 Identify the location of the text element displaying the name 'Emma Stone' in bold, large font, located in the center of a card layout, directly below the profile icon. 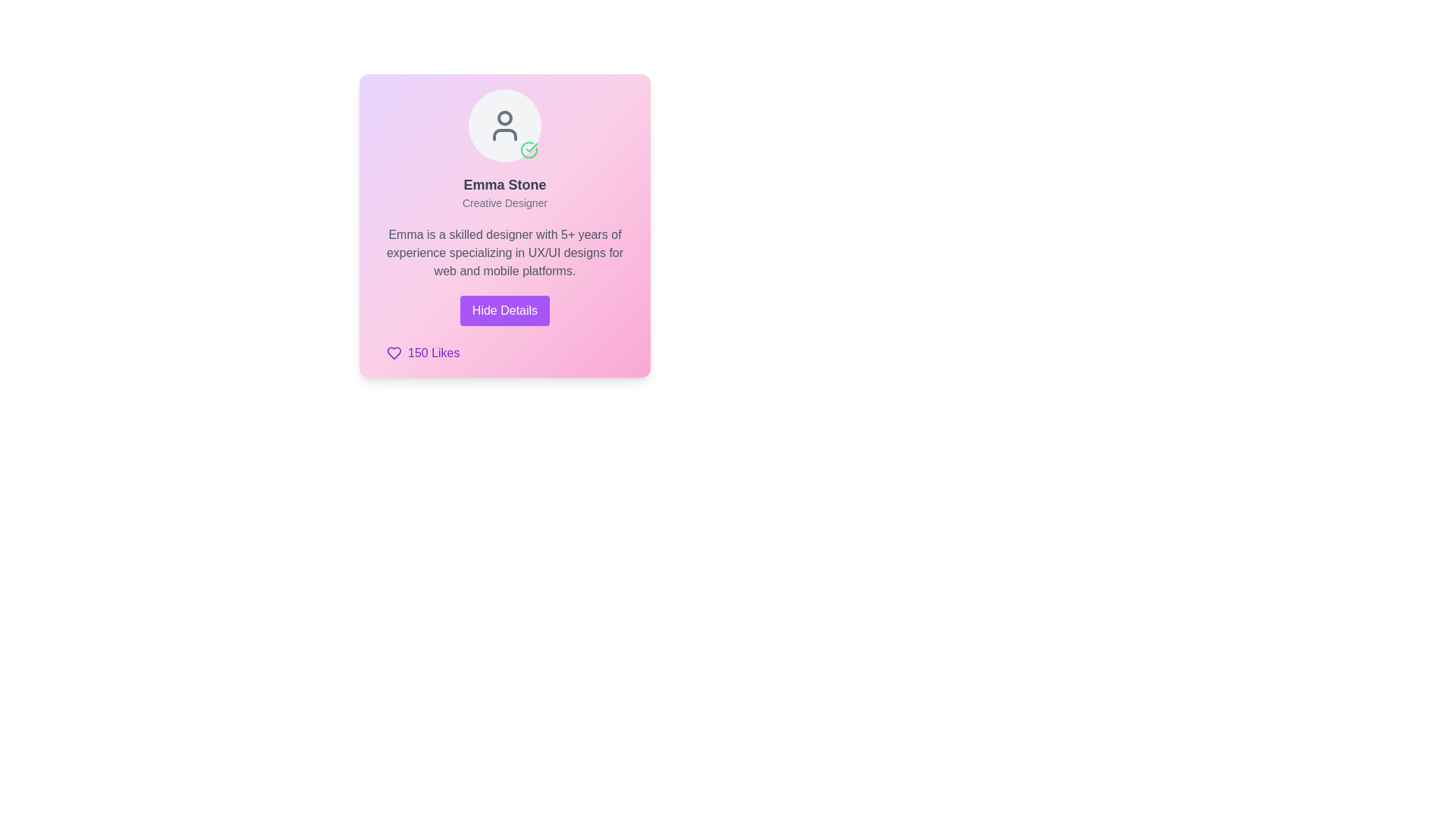
(505, 184).